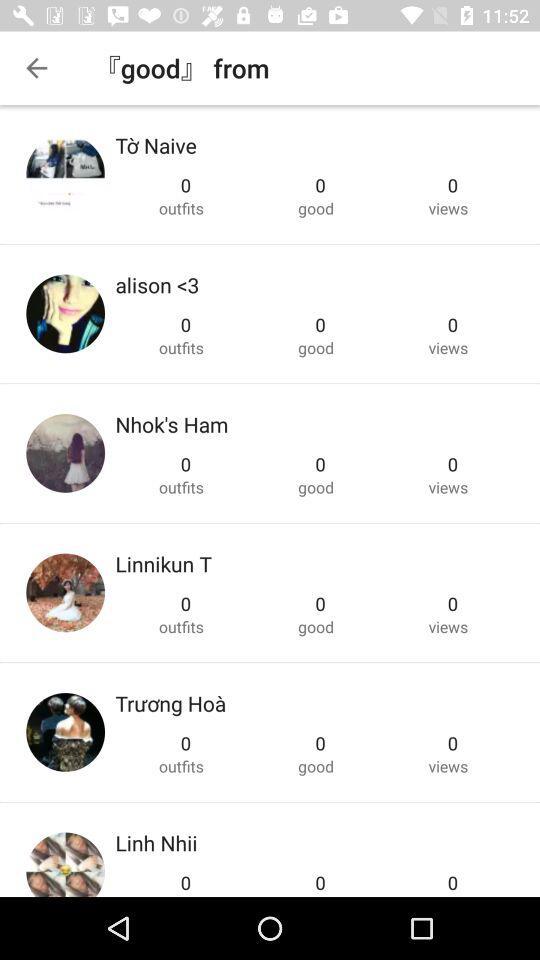 This screenshot has width=540, height=960. Describe the element at coordinates (156, 284) in the screenshot. I see `icon below outfits` at that location.